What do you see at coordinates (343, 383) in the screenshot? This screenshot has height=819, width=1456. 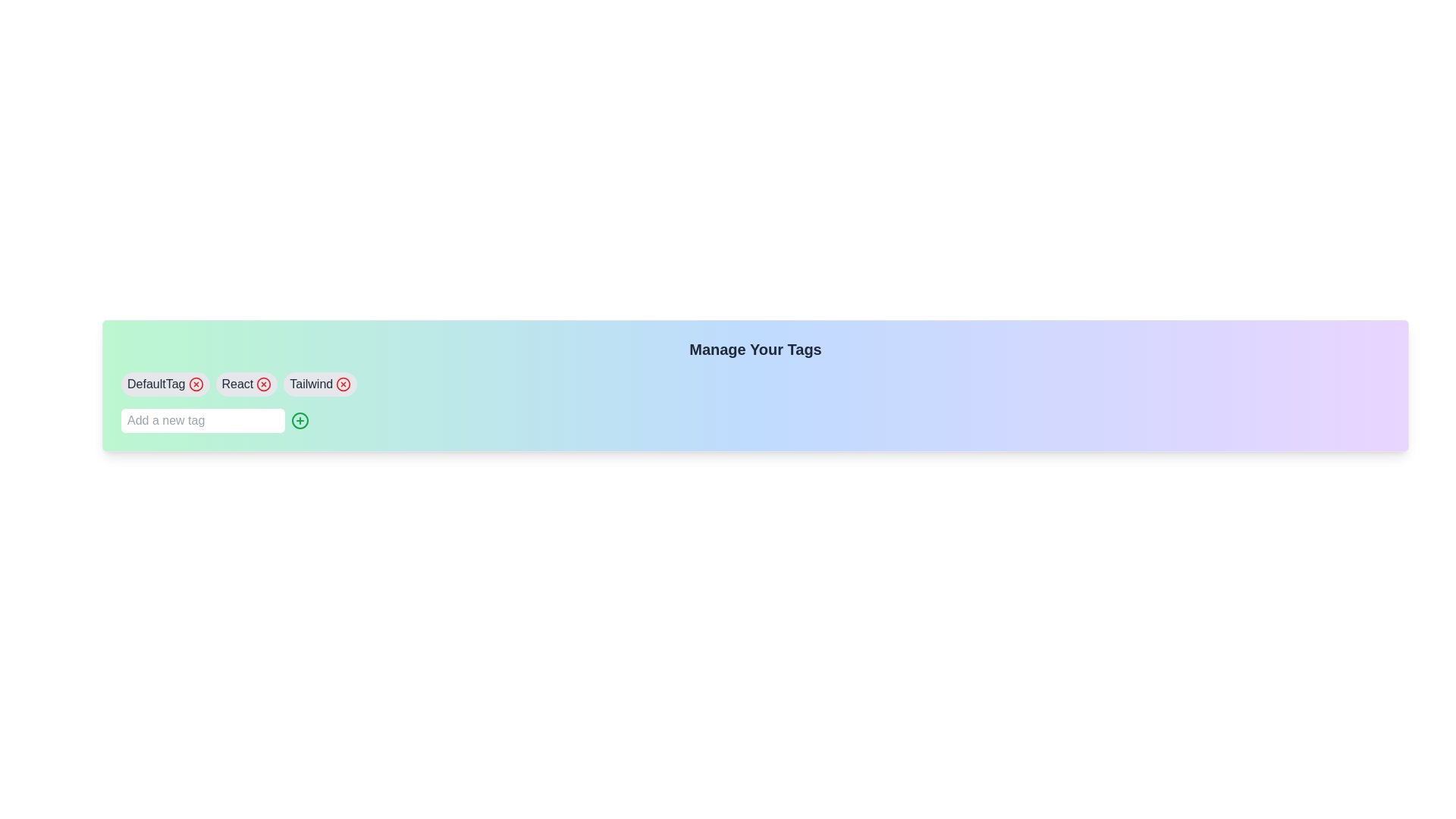 I see `the button located at the end of the 'Tailwind' tag` at bounding box center [343, 383].